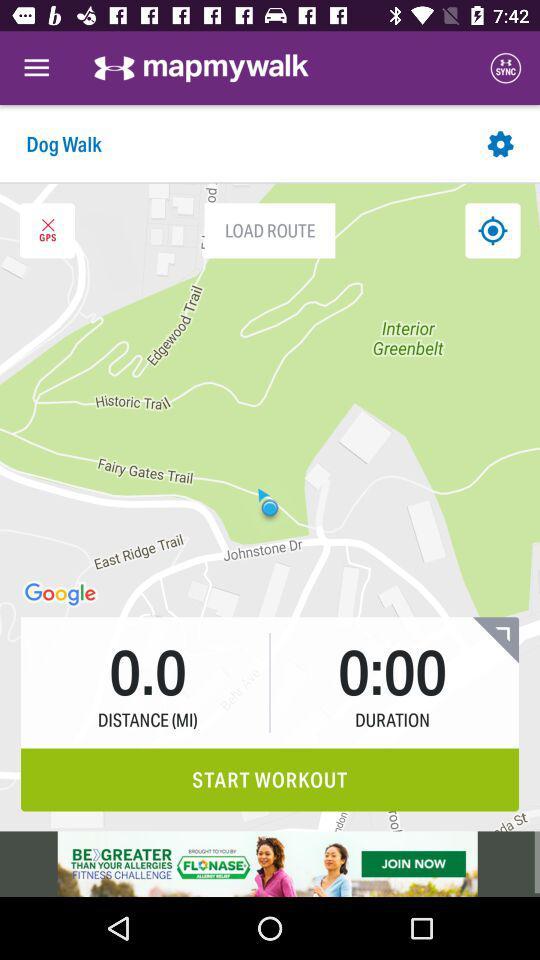  What do you see at coordinates (494, 639) in the screenshot?
I see `expand` at bounding box center [494, 639].